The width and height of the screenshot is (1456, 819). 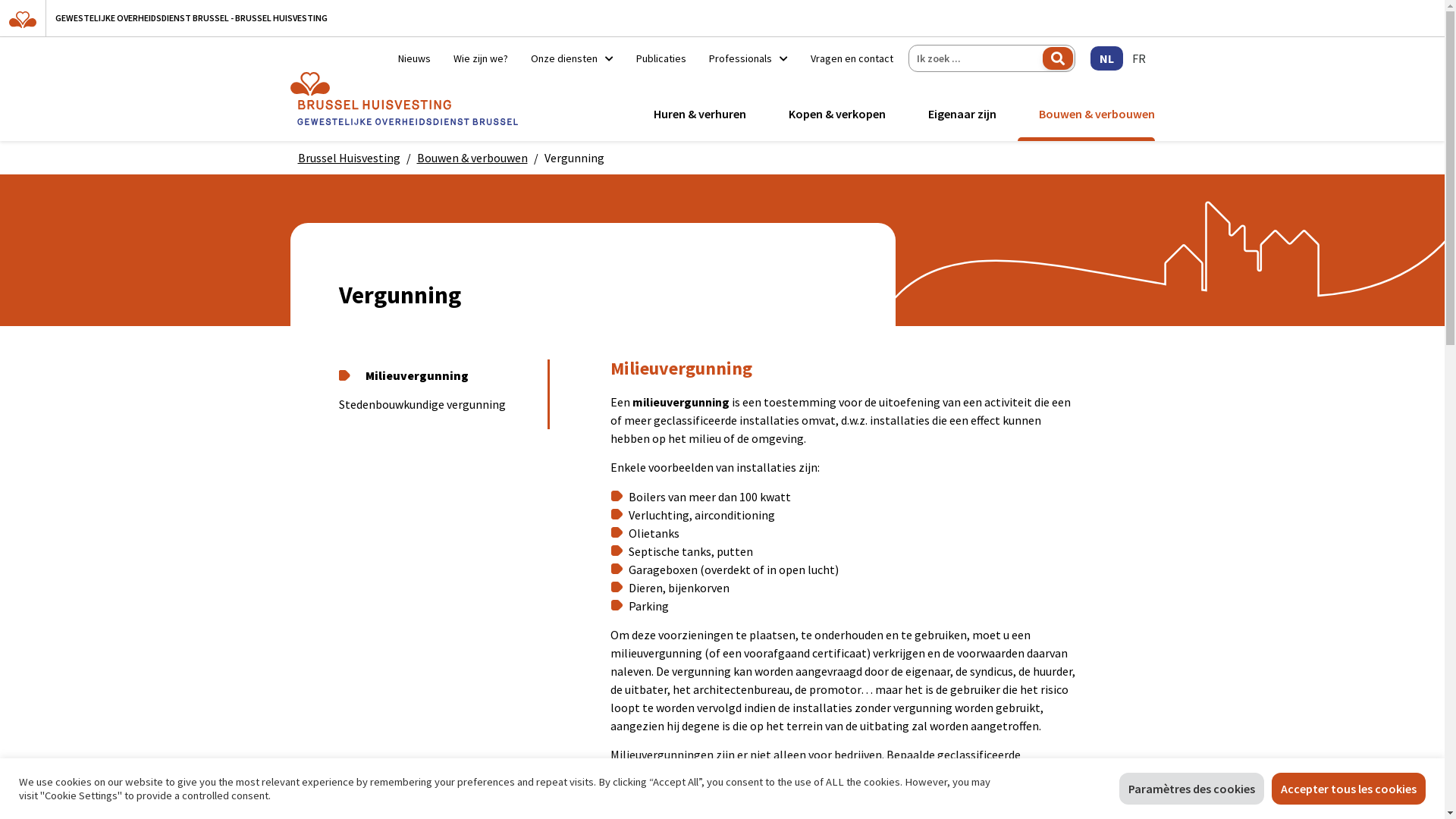 What do you see at coordinates (1032, 113) in the screenshot?
I see `'Bouwen & verbouwen'` at bounding box center [1032, 113].